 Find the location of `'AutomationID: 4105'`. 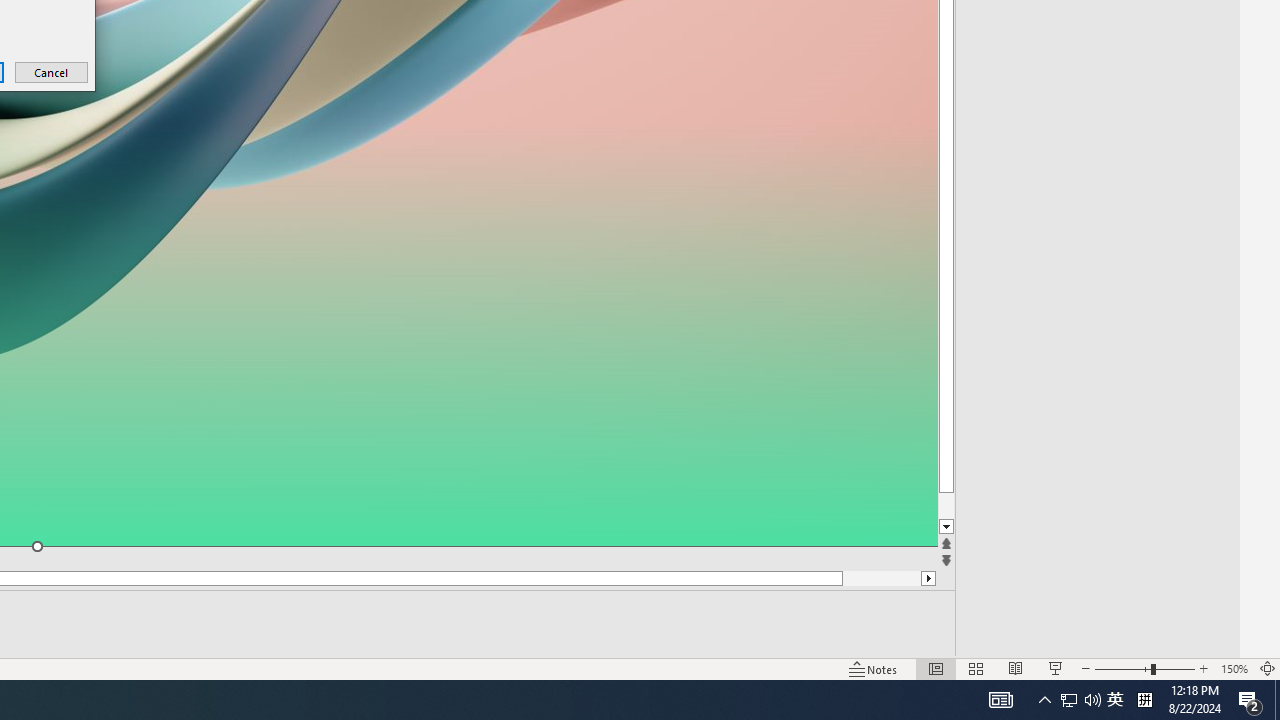

'AutomationID: 4105' is located at coordinates (1000, 698).